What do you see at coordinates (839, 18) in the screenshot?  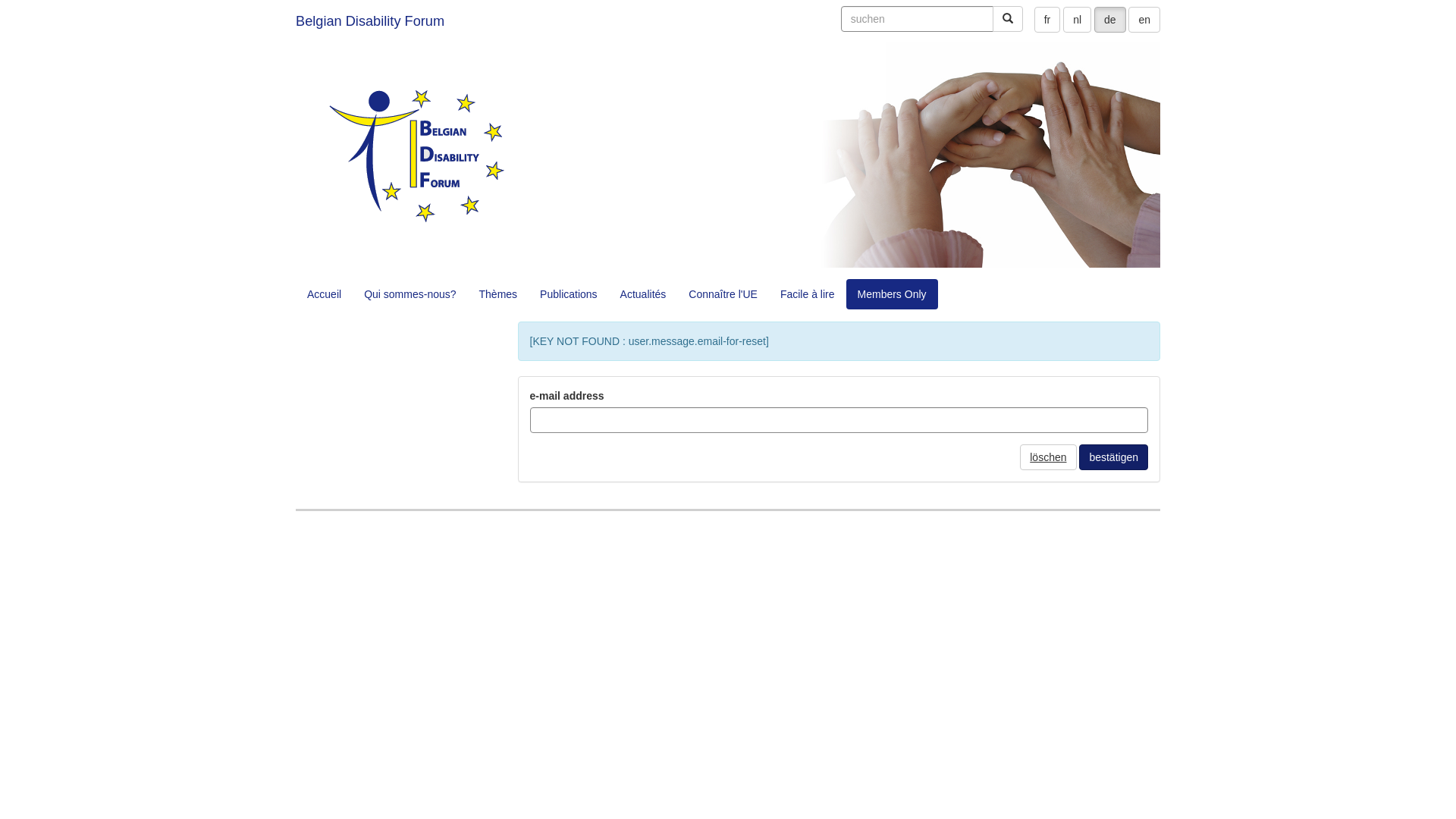 I see `'suchen'` at bounding box center [839, 18].